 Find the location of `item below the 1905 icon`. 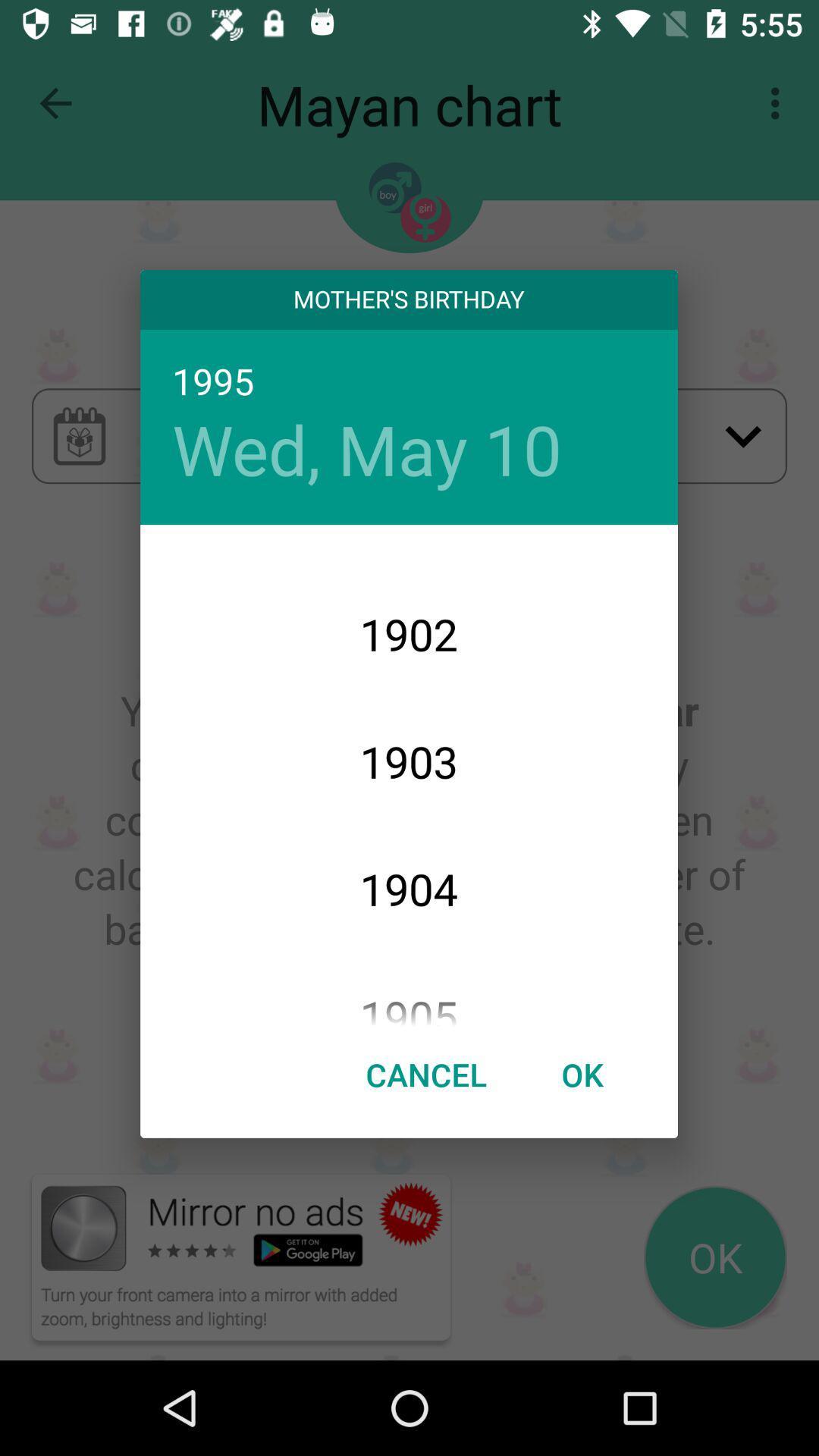

item below the 1905 icon is located at coordinates (581, 1073).